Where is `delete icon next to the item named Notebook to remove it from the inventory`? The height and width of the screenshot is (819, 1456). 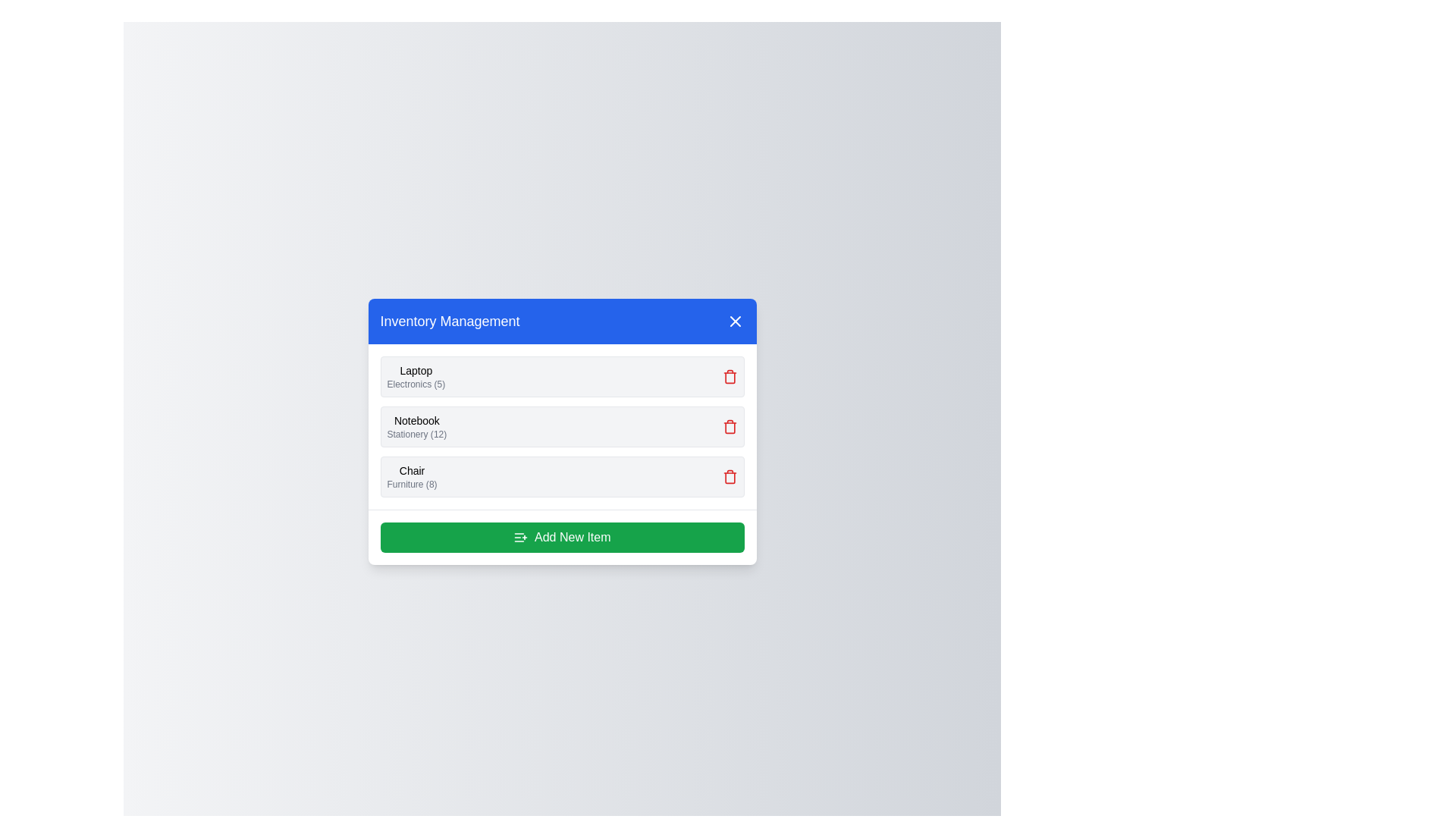 delete icon next to the item named Notebook to remove it from the inventory is located at coordinates (730, 426).